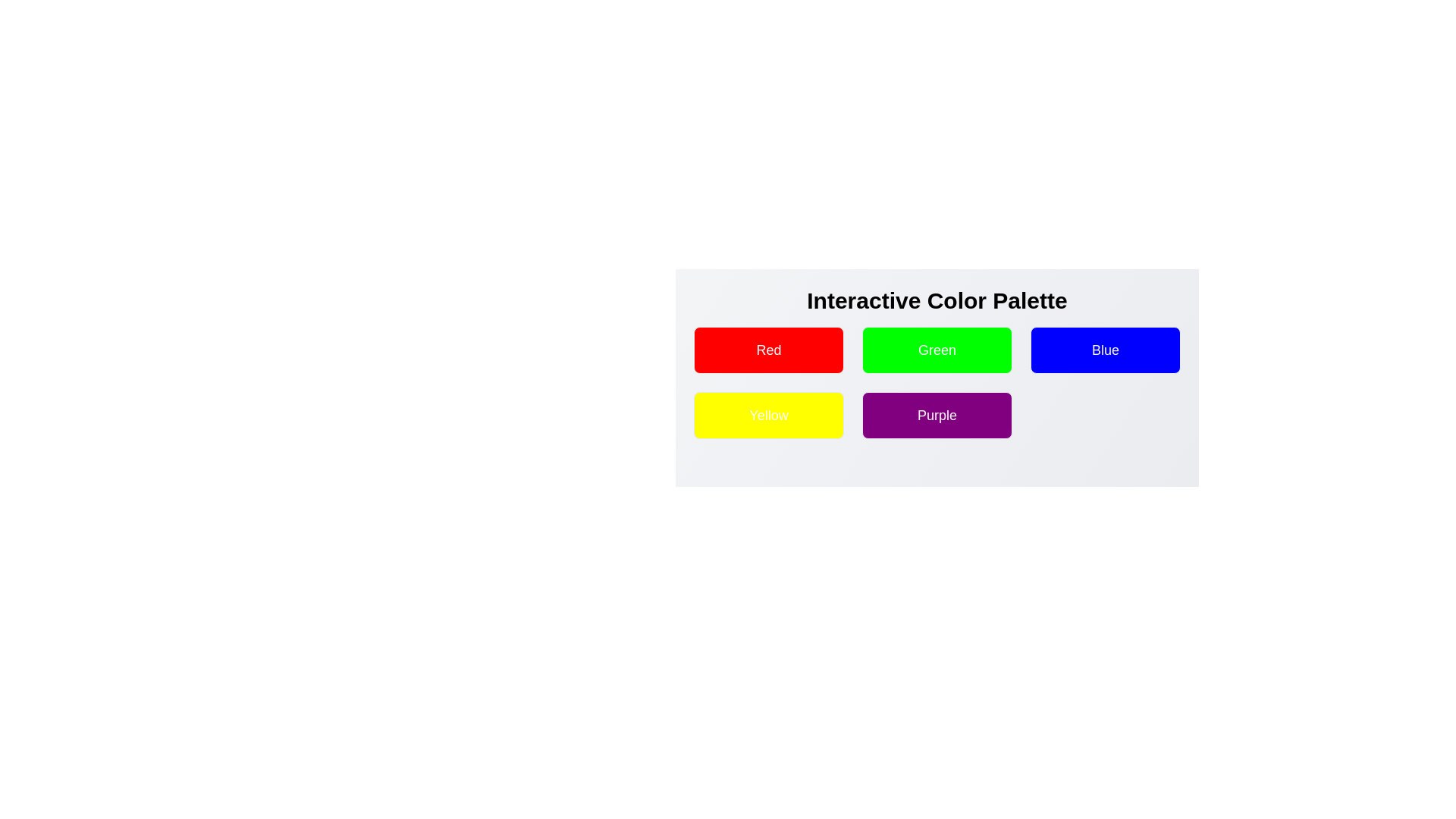 The image size is (1456, 819). Describe the element at coordinates (937, 415) in the screenshot. I see `the purple button labeled 'Purple' which is a rectangular button with rounded corners and white text, located in the second row, third column of the grid layout` at that location.